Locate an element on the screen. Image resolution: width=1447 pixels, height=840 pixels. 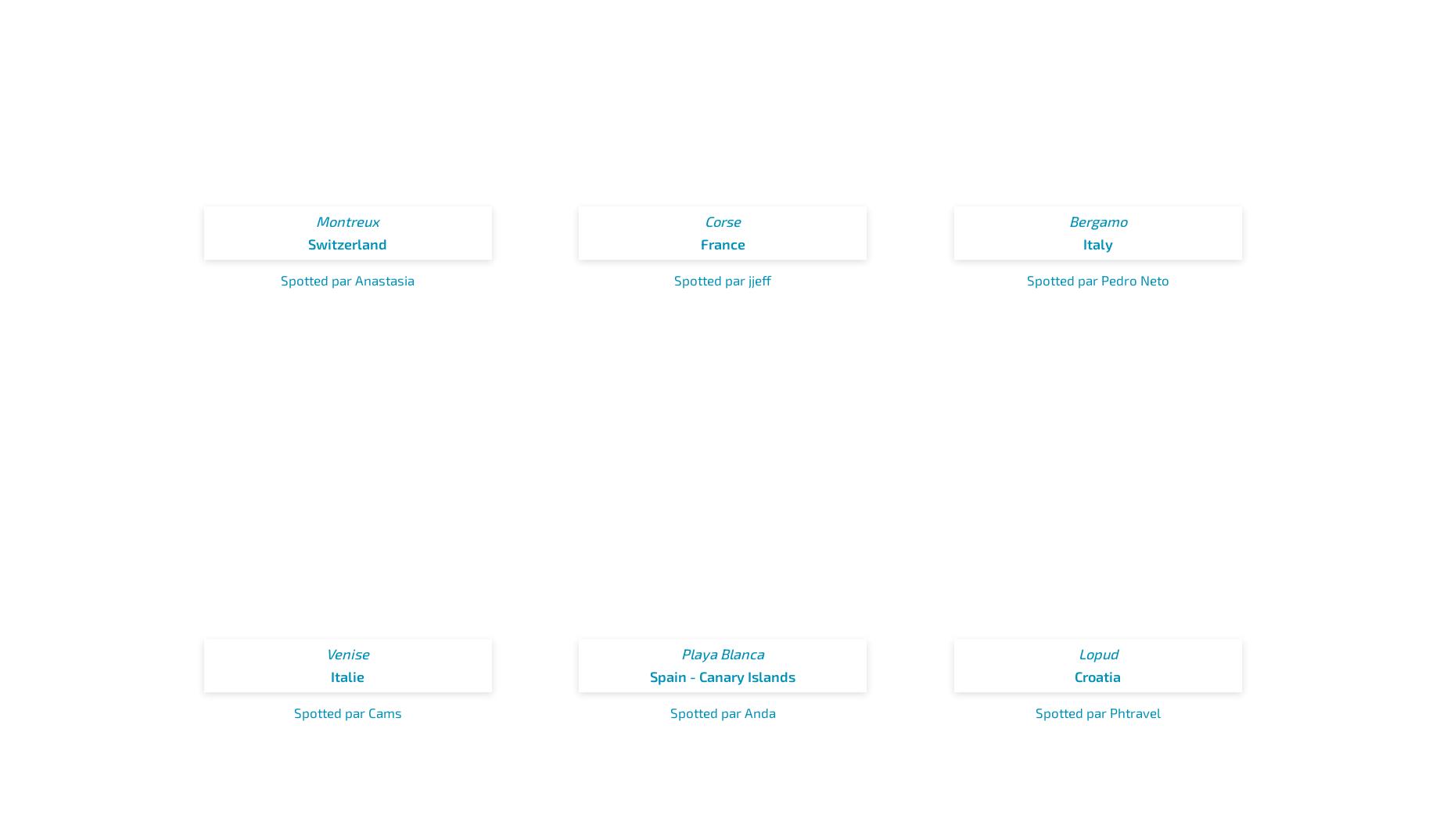
'Spotted par Anastasia' is located at coordinates (346, 278).